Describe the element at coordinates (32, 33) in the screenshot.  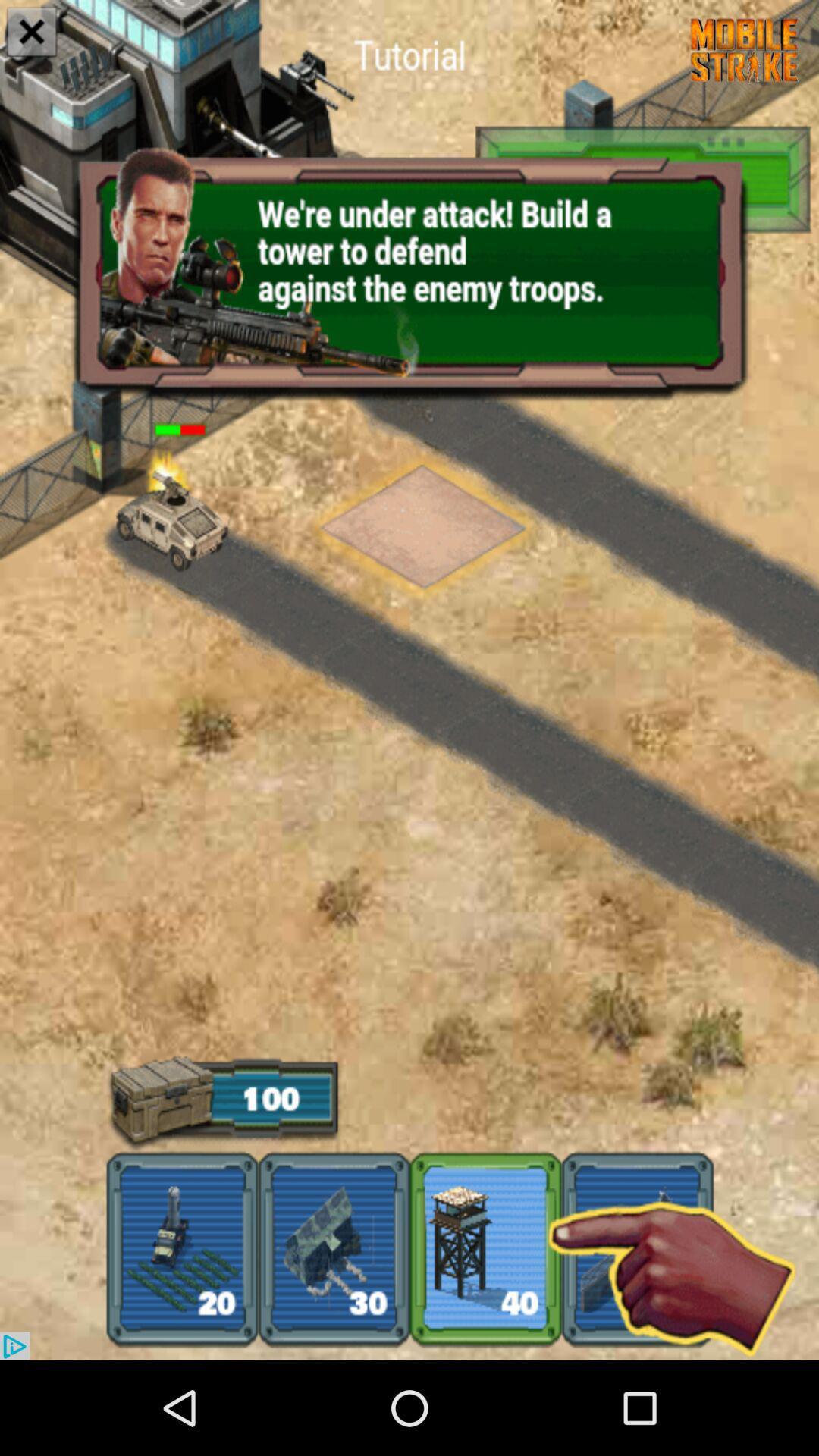
I see `the close icon` at that location.